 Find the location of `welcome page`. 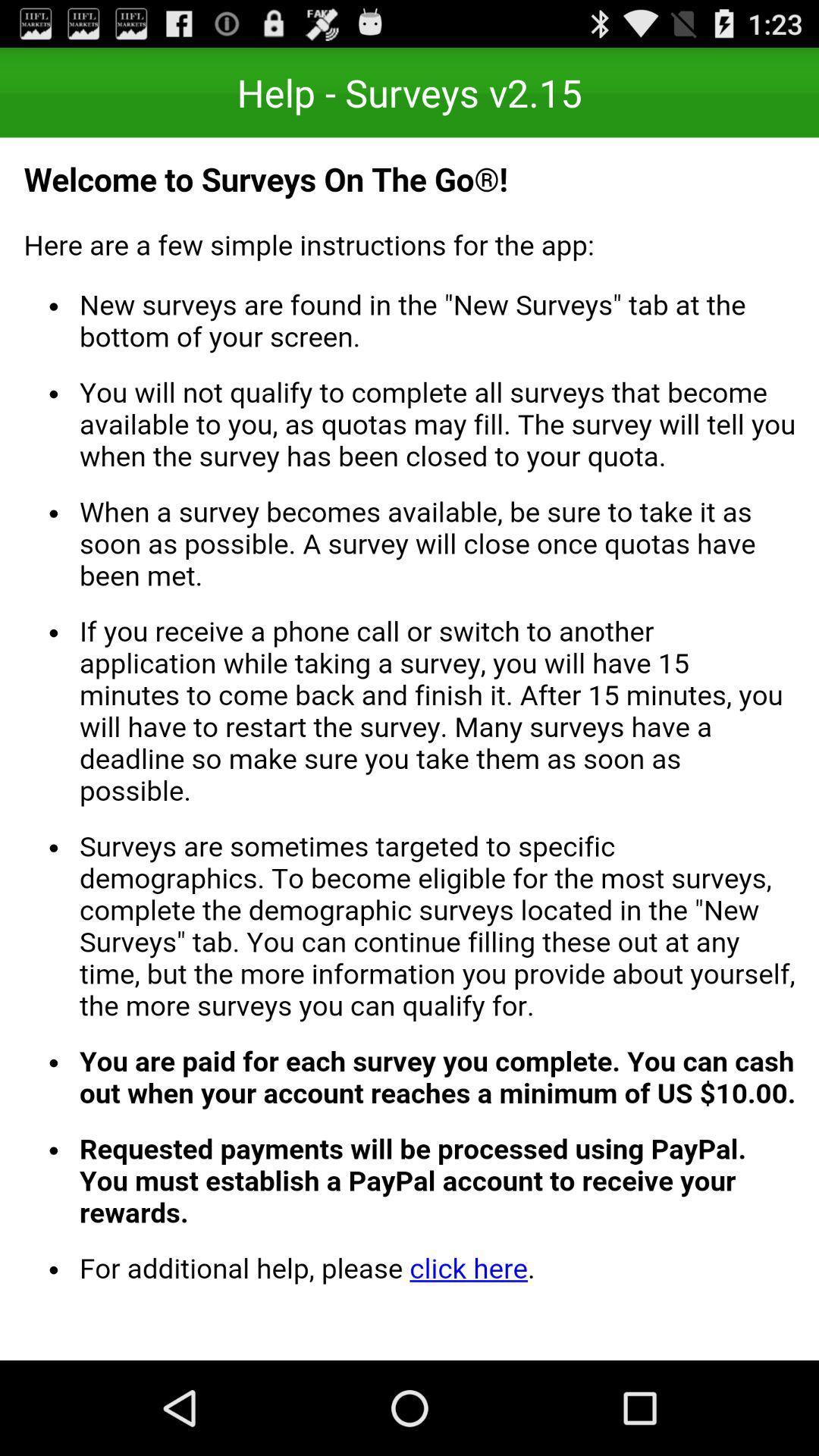

welcome page is located at coordinates (409, 748).